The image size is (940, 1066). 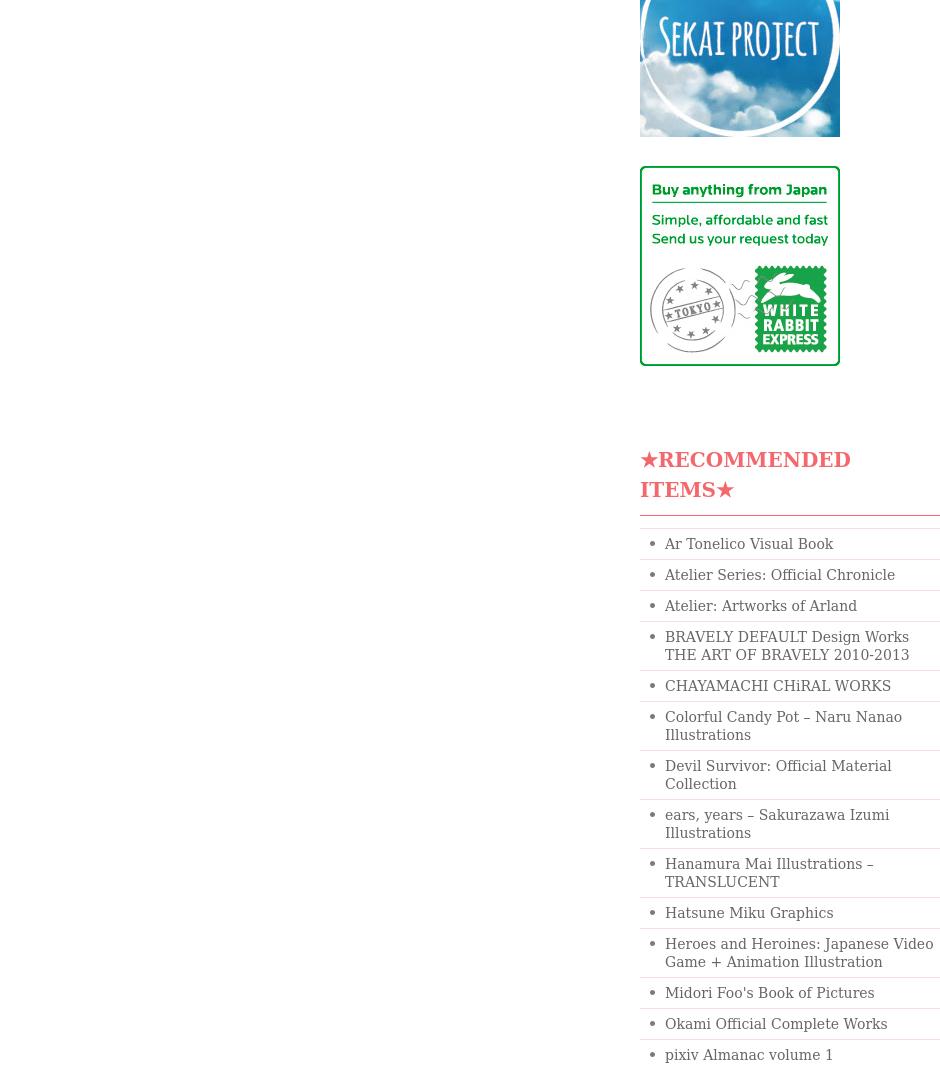 What do you see at coordinates (664, 824) in the screenshot?
I see `'ears, years – Sakurazawa Izumi Illustrations'` at bounding box center [664, 824].